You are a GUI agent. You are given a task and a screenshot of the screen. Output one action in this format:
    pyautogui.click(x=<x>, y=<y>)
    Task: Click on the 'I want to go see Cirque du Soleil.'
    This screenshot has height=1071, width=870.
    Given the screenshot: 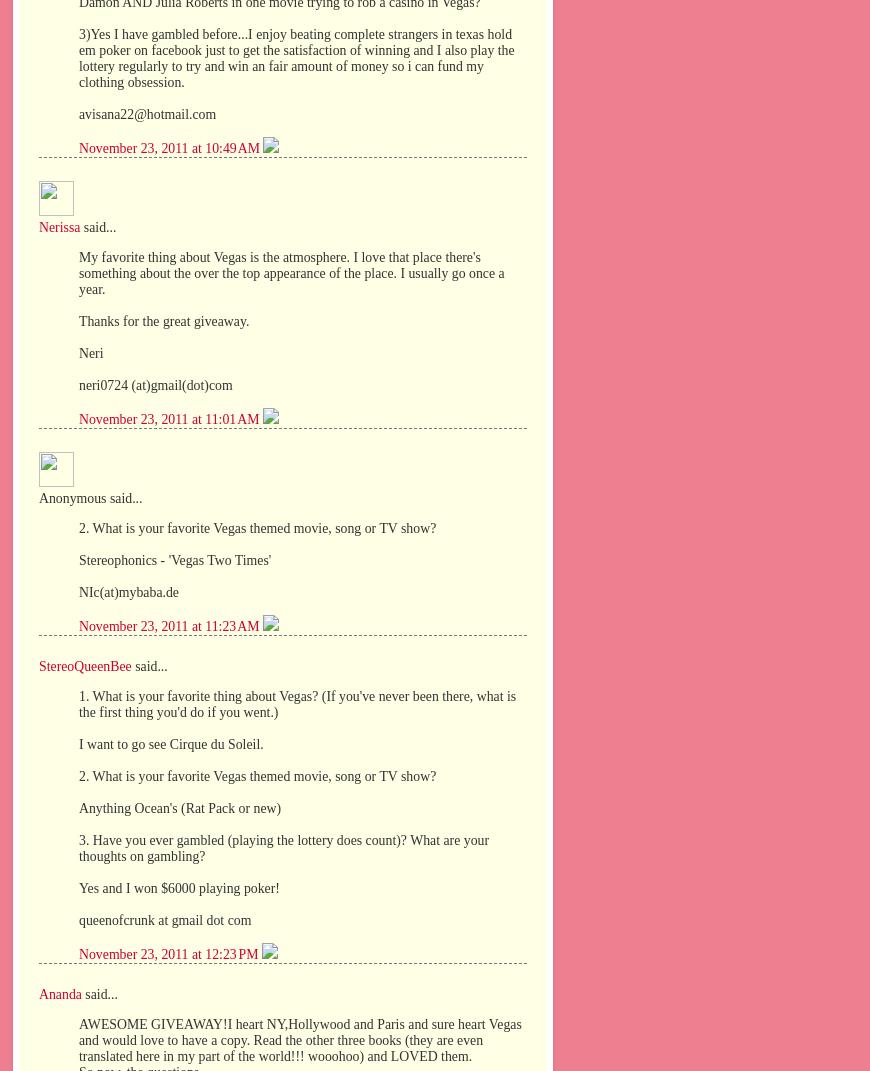 What is the action you would take?
    pyautogui.click(x=77, y=744)
    